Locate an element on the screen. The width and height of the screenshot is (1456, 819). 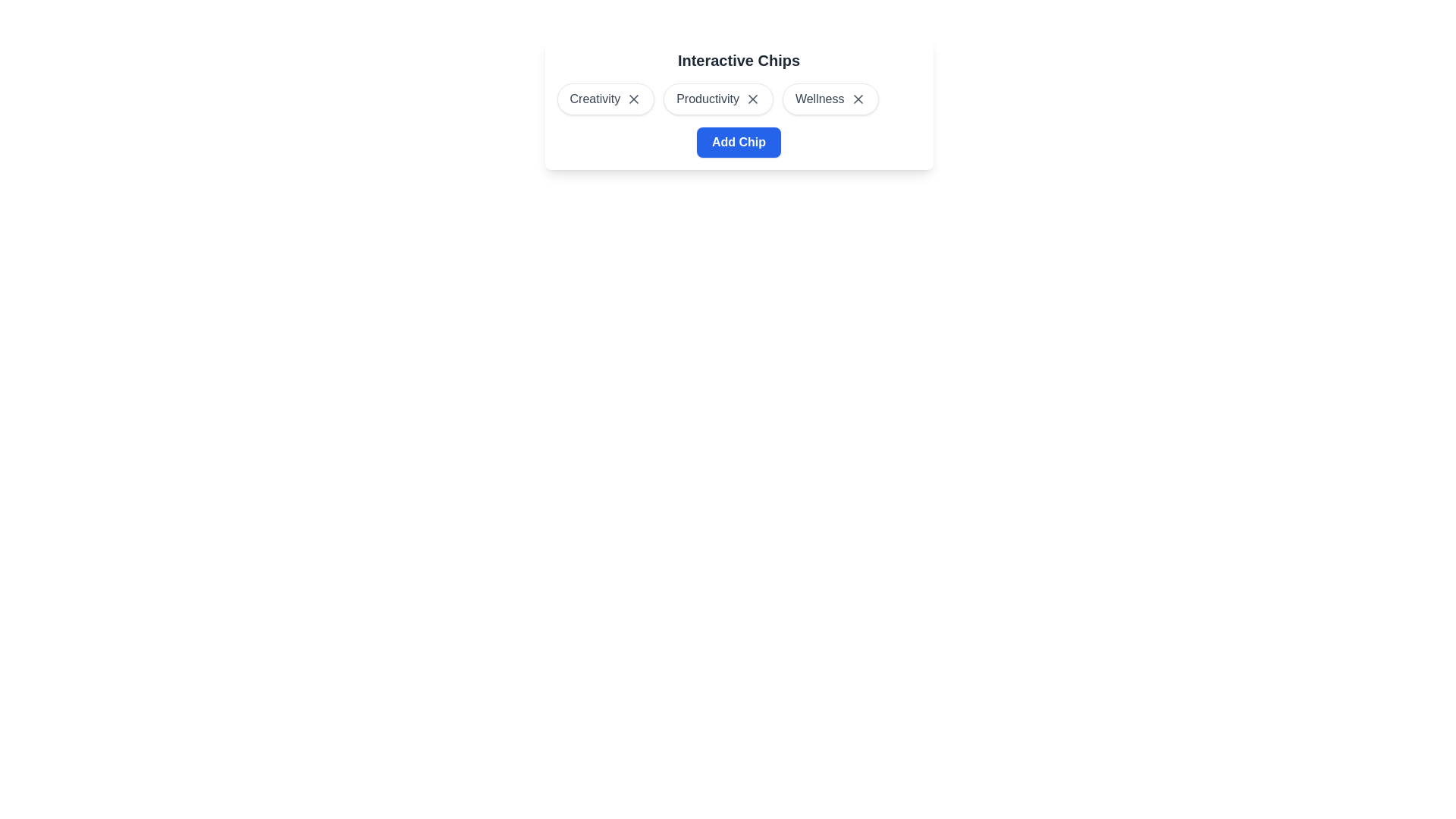
the close (X) symbol button located at the rightmost edge of the 'Wellness' chip, which features soft borders and shadow effects is located at coordinates (858, 99).